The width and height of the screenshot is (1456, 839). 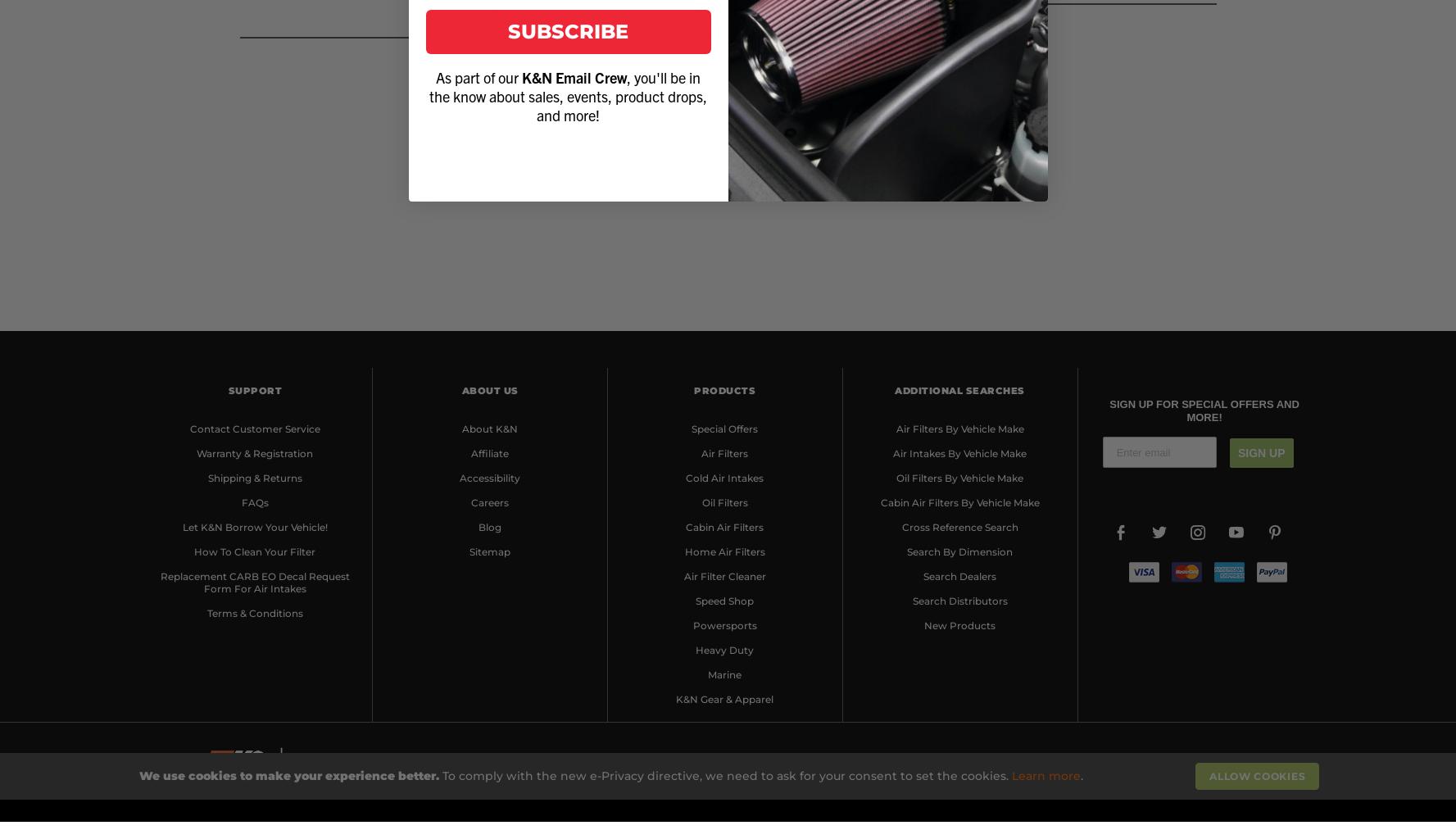 I want to click on 'Air Filter Cleaner', so click(x=723, y=576).